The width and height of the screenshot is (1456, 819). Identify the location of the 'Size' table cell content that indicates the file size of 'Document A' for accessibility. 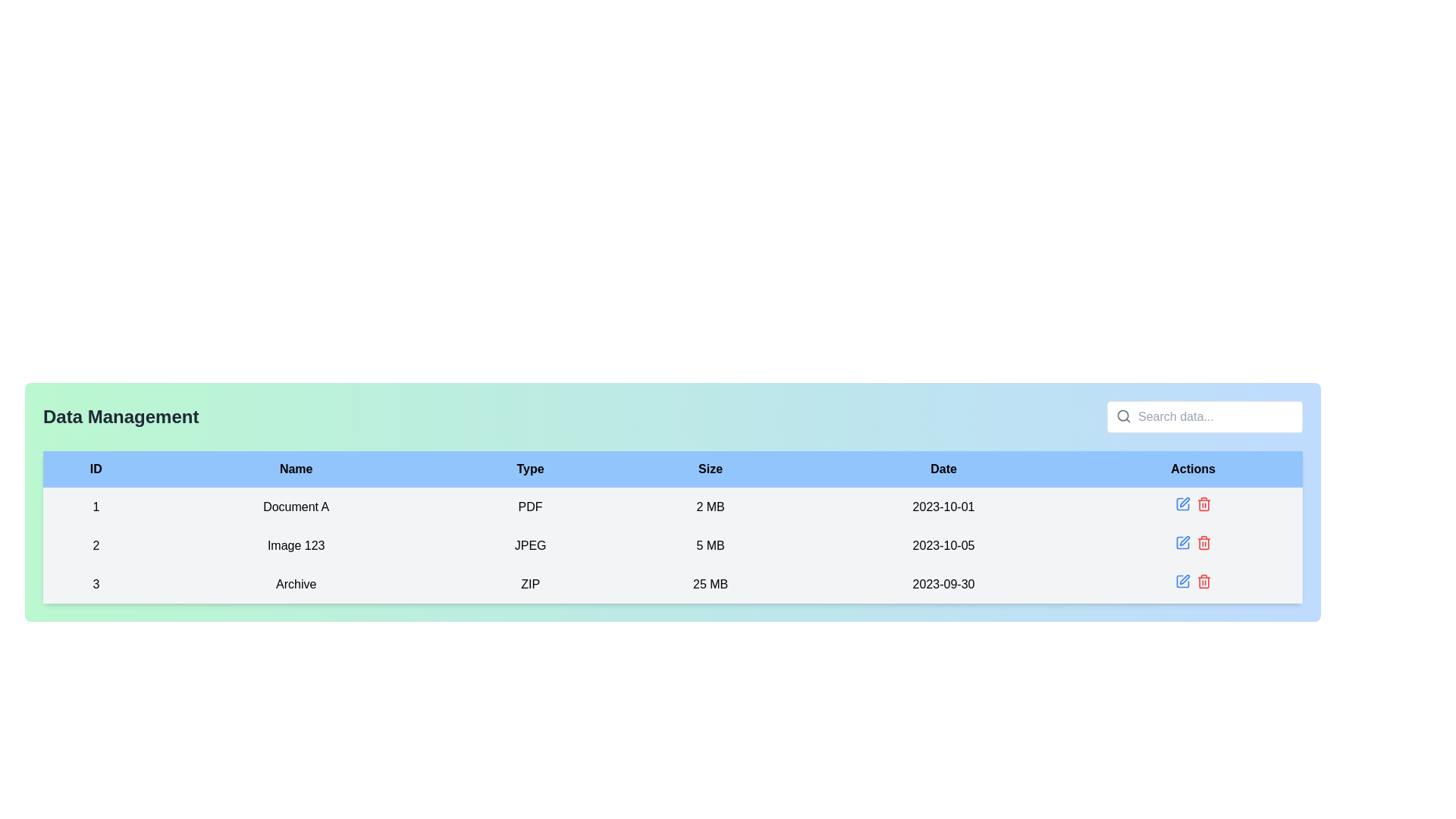
(710, 507).